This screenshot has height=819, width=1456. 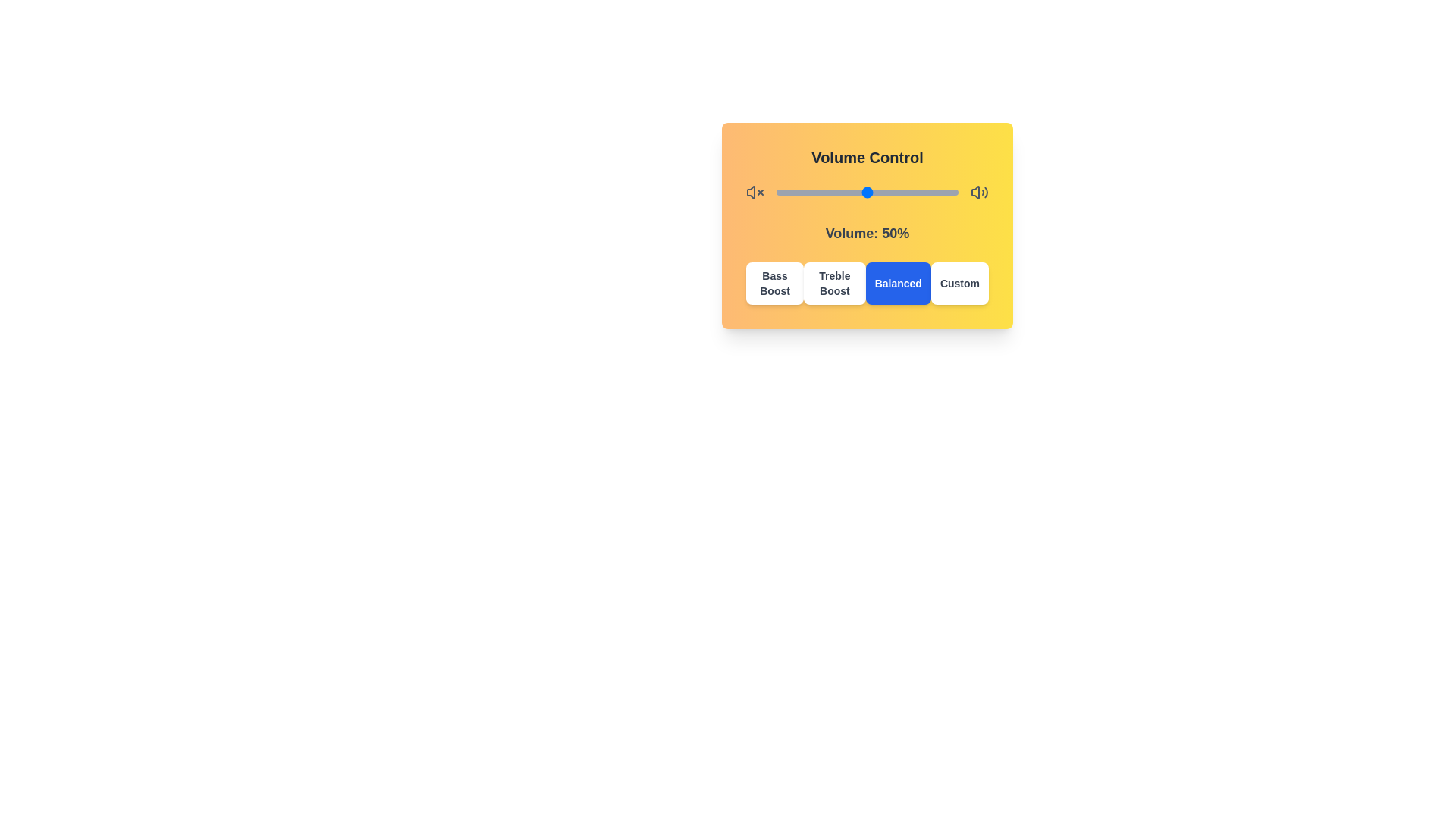 What do you see at coordinates (899, 284) in the screenshot?
I see `the 'Balanced' button to select the corresponding sound profile` at bounding box center [899, 284].